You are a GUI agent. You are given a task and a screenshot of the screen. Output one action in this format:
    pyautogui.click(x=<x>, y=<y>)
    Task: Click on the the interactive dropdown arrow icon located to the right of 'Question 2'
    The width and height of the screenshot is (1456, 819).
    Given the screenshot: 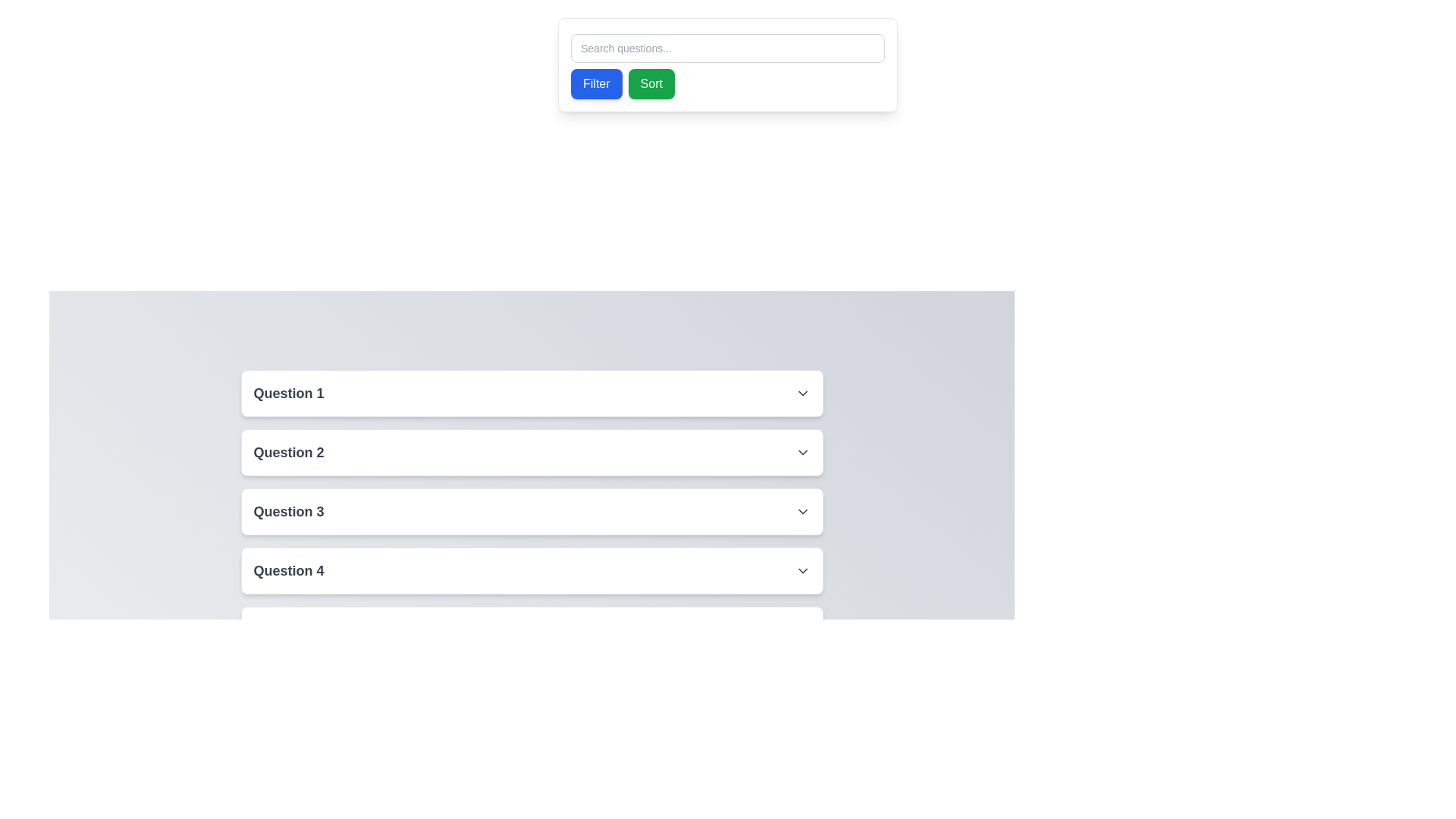 What is the action you would take?
    pyautogui.click(x=802, y=452)
    